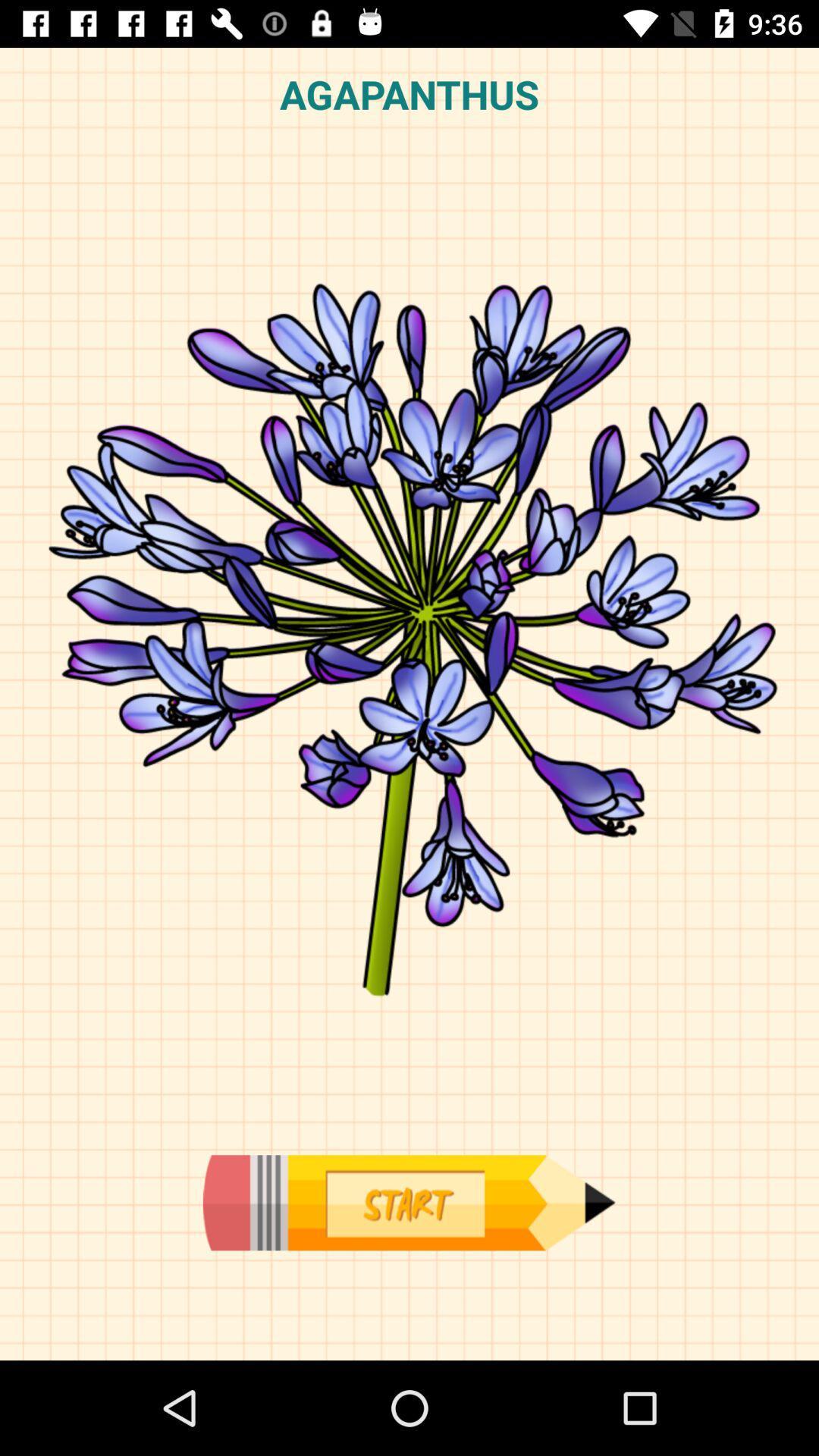 The image size is (819, 1456). I want to click on start button, so click(408, 1202).